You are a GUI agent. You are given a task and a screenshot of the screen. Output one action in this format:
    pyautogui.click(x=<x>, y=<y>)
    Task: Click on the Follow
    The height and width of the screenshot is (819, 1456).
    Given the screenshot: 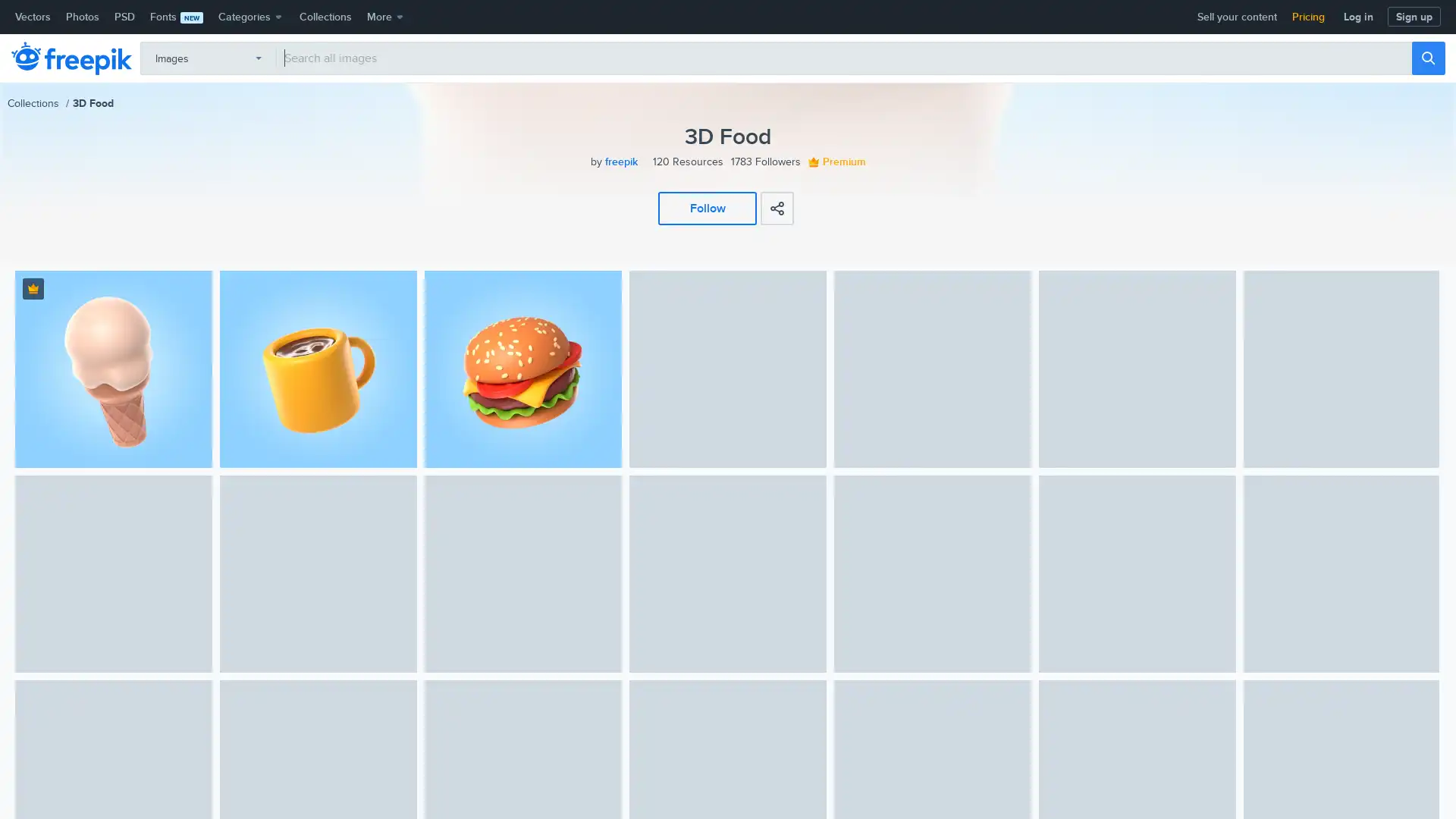 What is the action you would take?
    pyautogui.click(x=706, y=207)
    